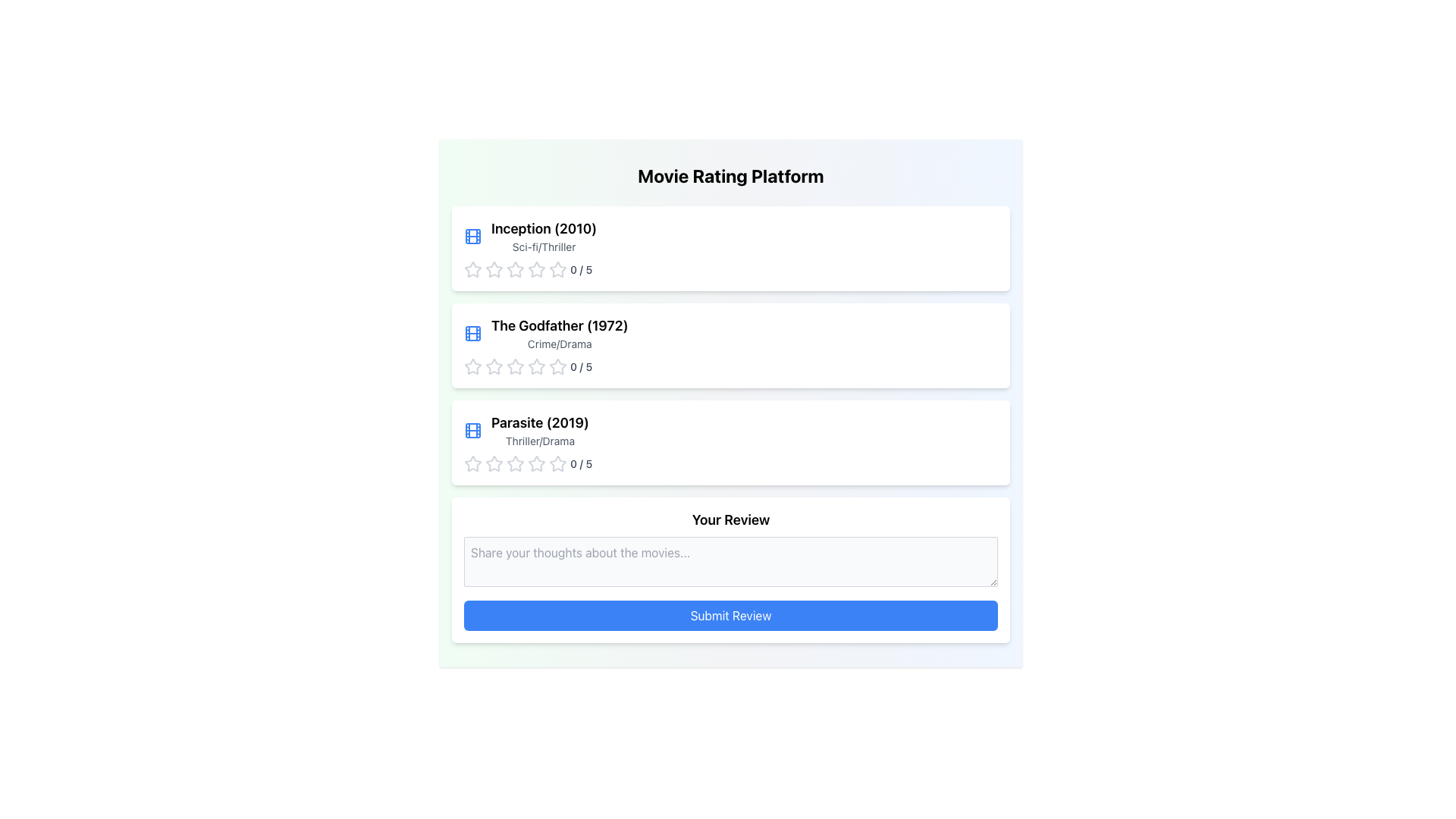 The height and width of the screenshot is (819, 1456). What do you see at coordinates (516, 366) in the screenshot?
I see `the first star in the rating component for the movie 'The Godfather (1972)'` at bounding box center [516, 366].